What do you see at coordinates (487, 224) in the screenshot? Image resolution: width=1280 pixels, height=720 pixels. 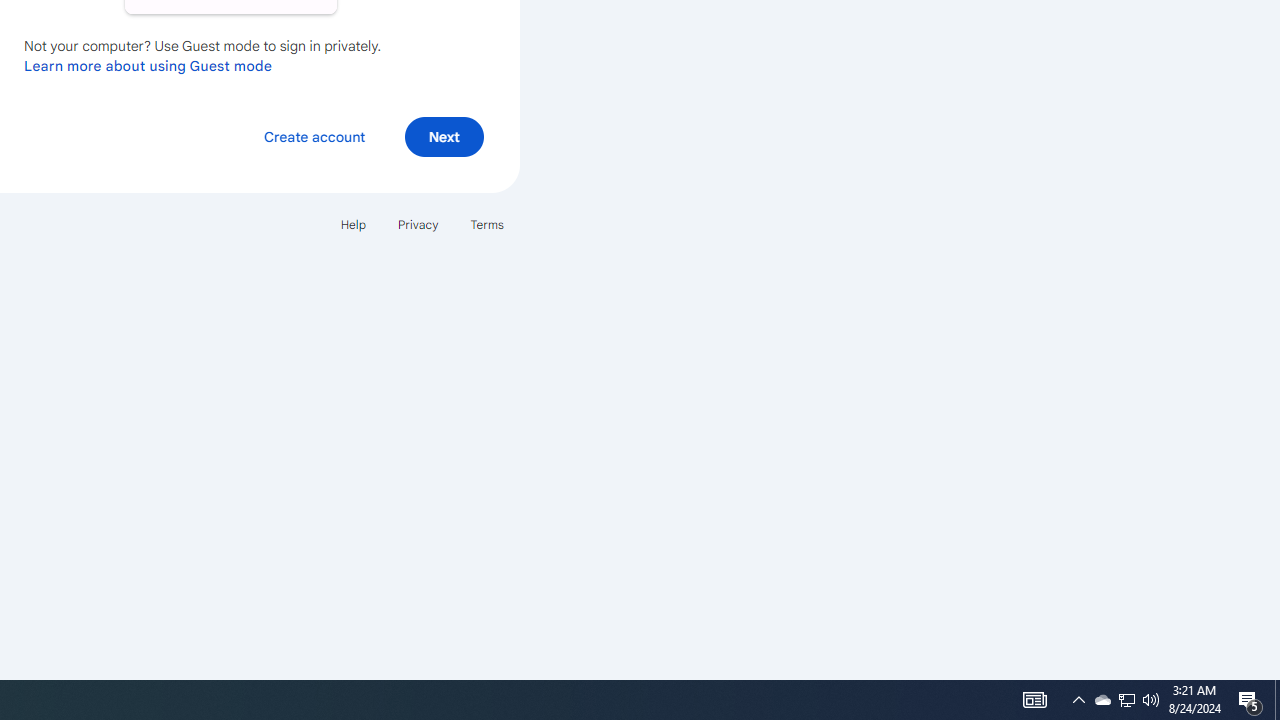 I see `'Terms'` at bounding box center [487, 224].